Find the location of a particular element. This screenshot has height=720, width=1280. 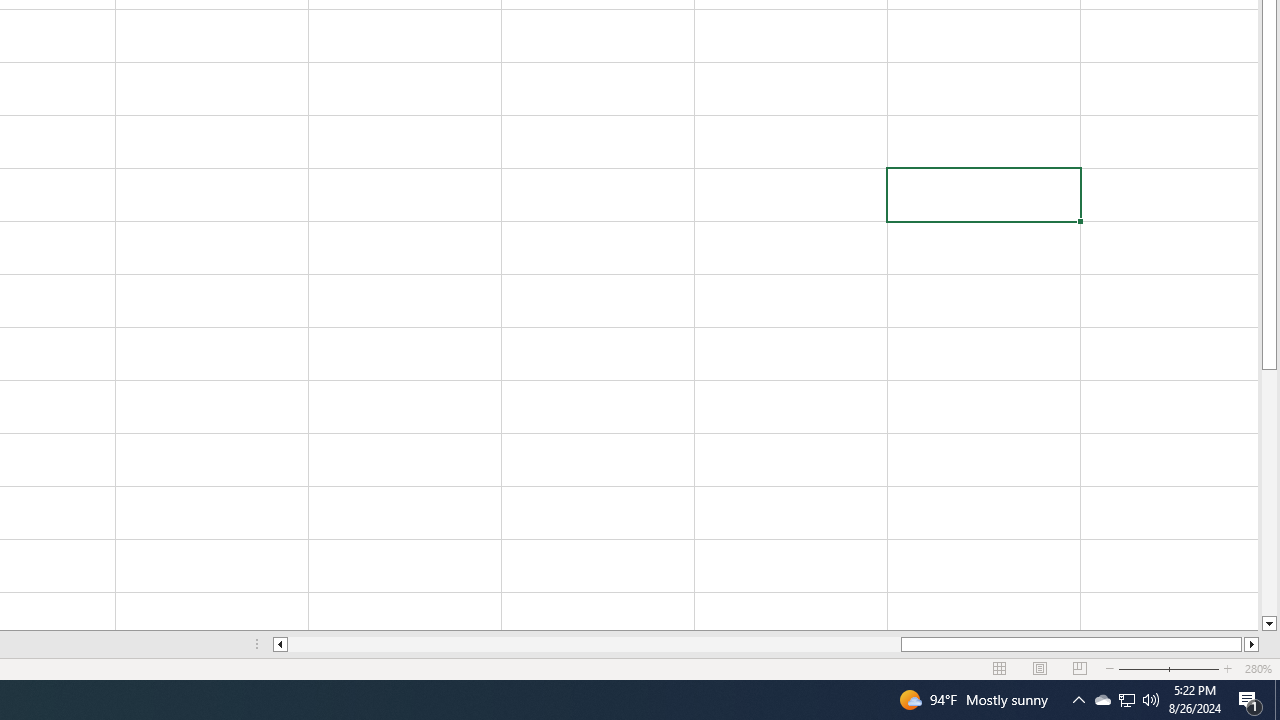

'Page Break Preview' is located at coordinates (1078, 669).